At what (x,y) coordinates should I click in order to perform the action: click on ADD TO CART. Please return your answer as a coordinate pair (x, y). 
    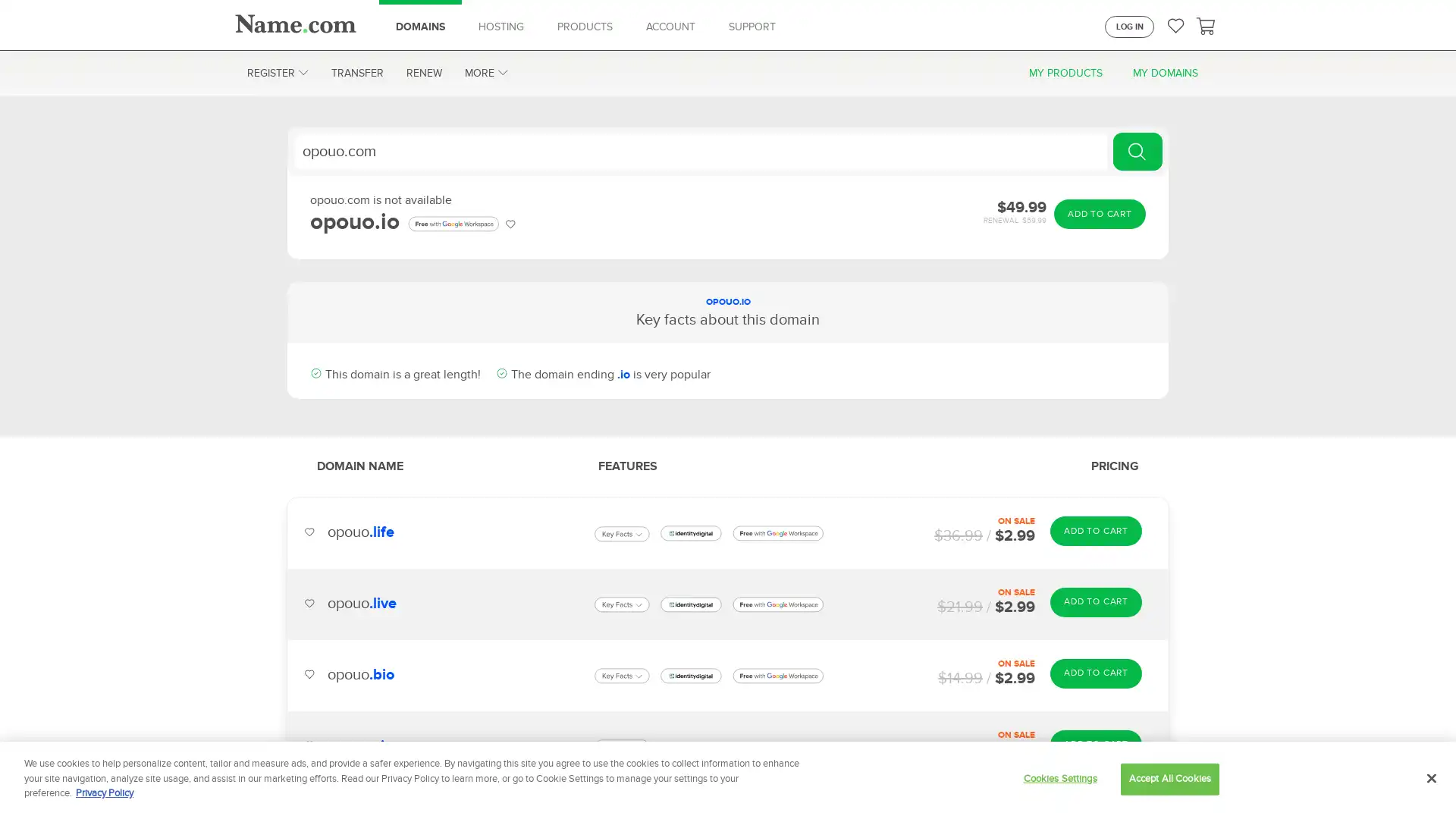
    Looking at the image, I should click on (1096, 672).